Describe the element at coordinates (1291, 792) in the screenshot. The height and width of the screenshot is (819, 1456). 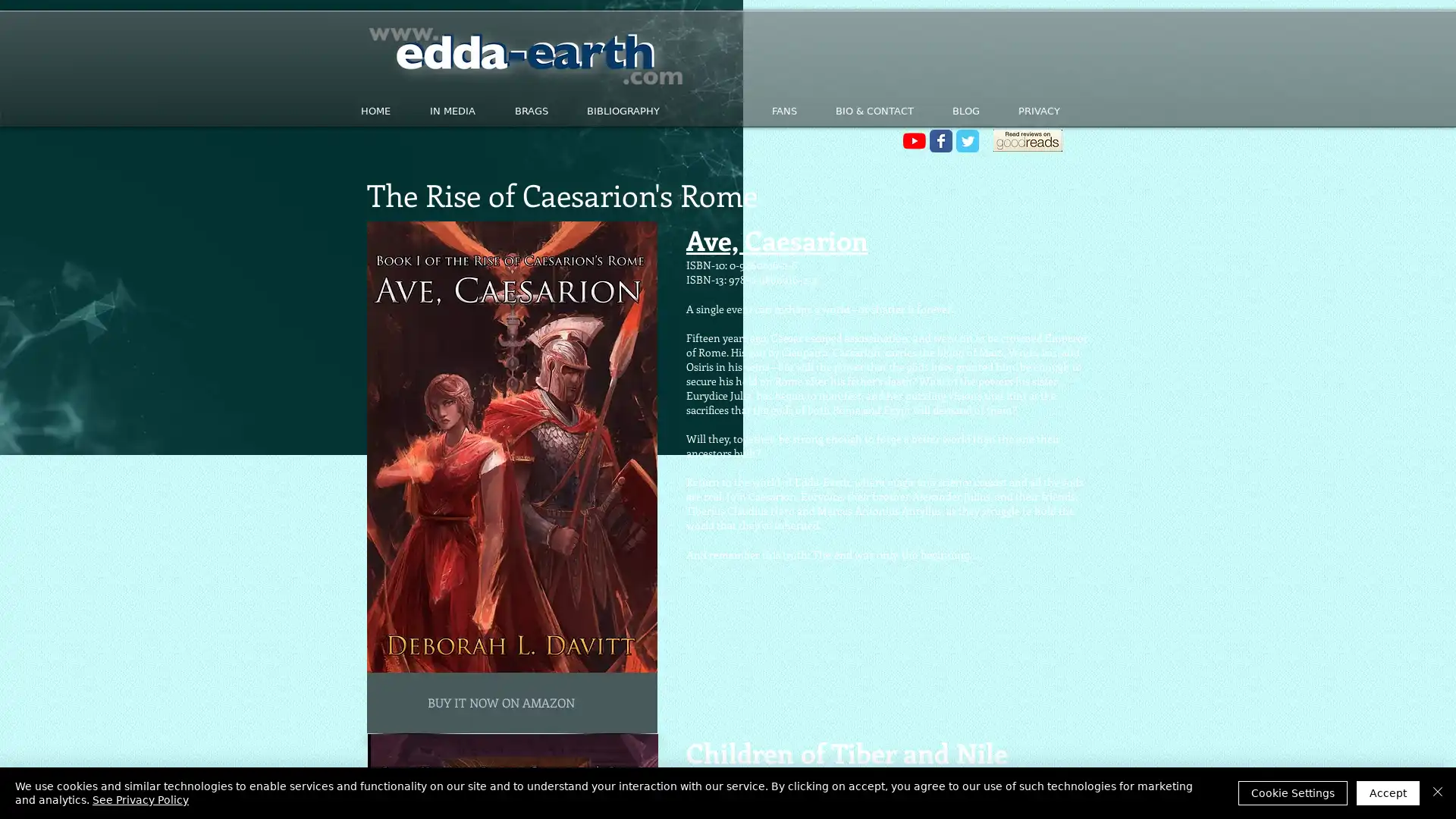
I see `Cookie Settings` at that location.